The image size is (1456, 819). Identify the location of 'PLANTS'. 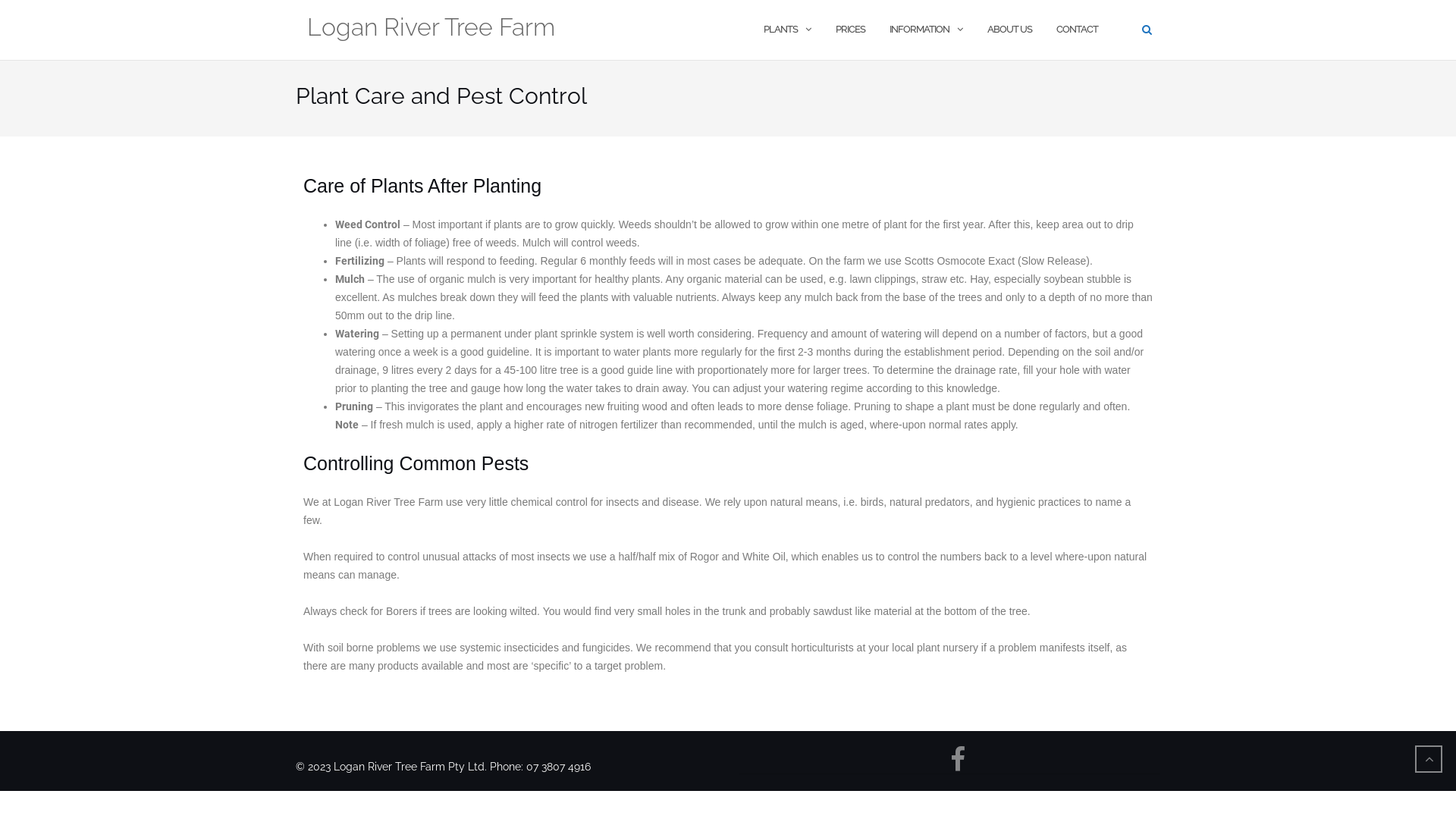
(780, 30).